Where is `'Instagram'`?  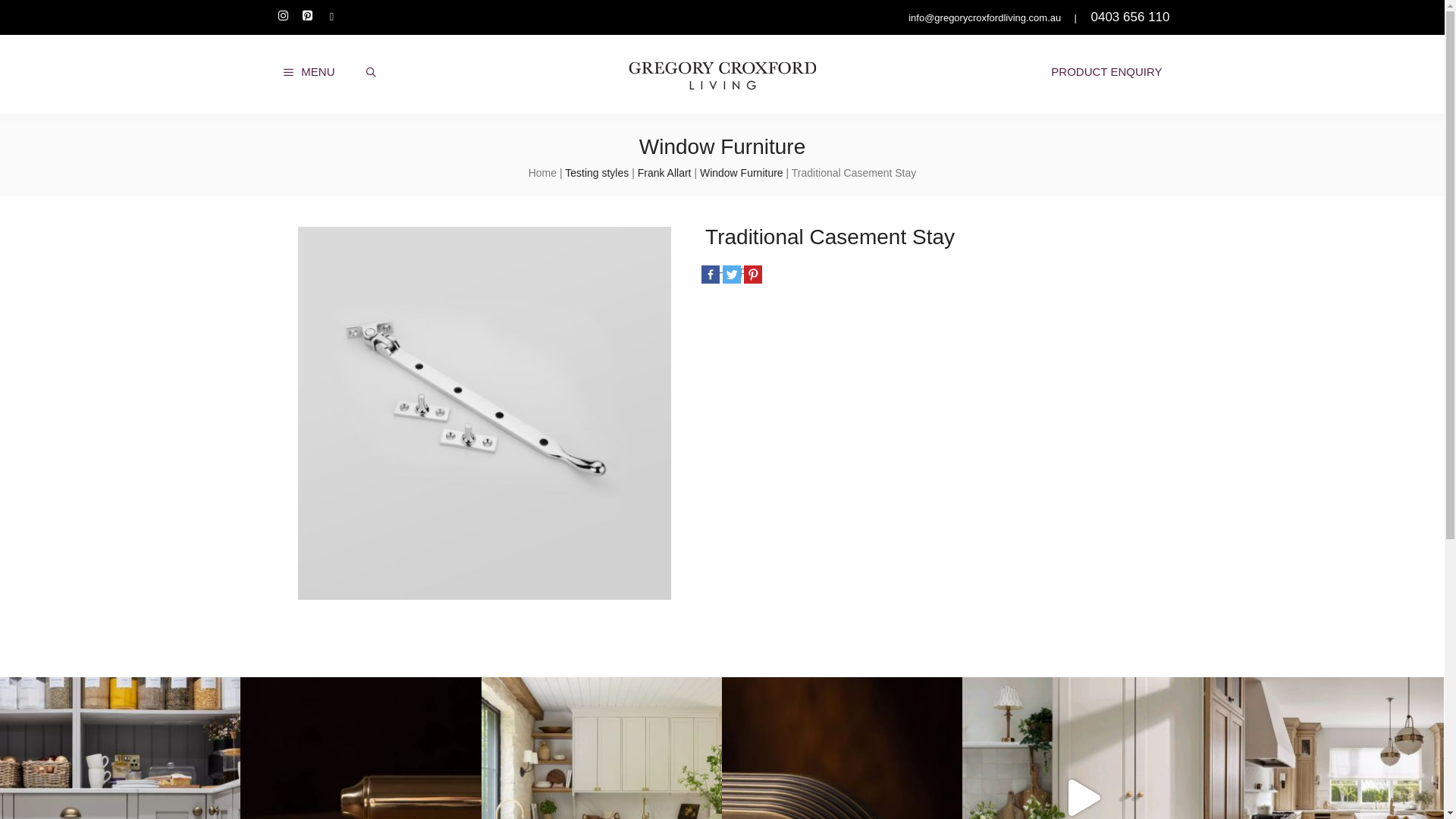 'Instagram' is located at coordinates (283, 16).